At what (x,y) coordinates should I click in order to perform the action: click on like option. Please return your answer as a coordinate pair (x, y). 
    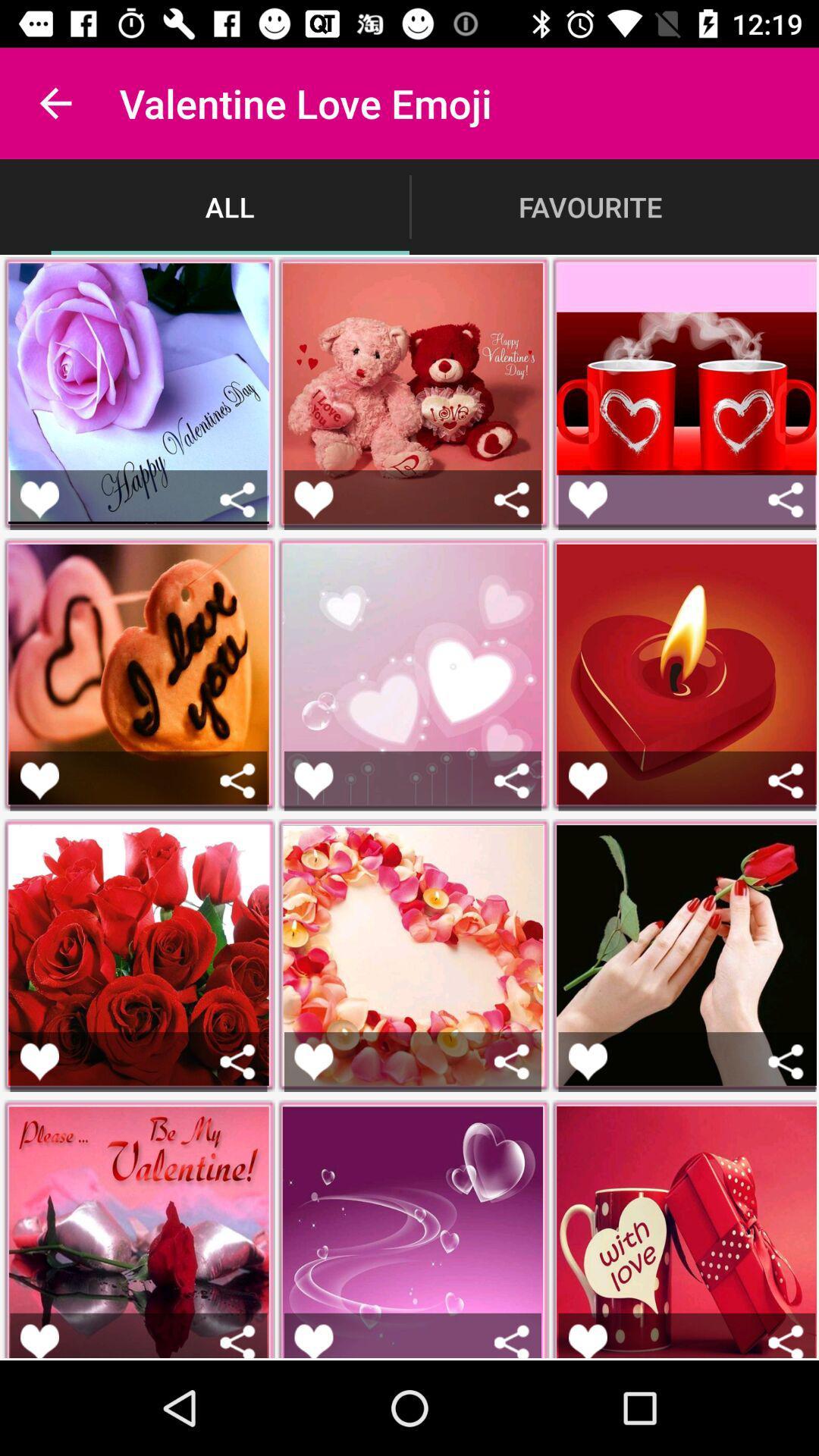
    Looking at the image, I should click on (587, 500).